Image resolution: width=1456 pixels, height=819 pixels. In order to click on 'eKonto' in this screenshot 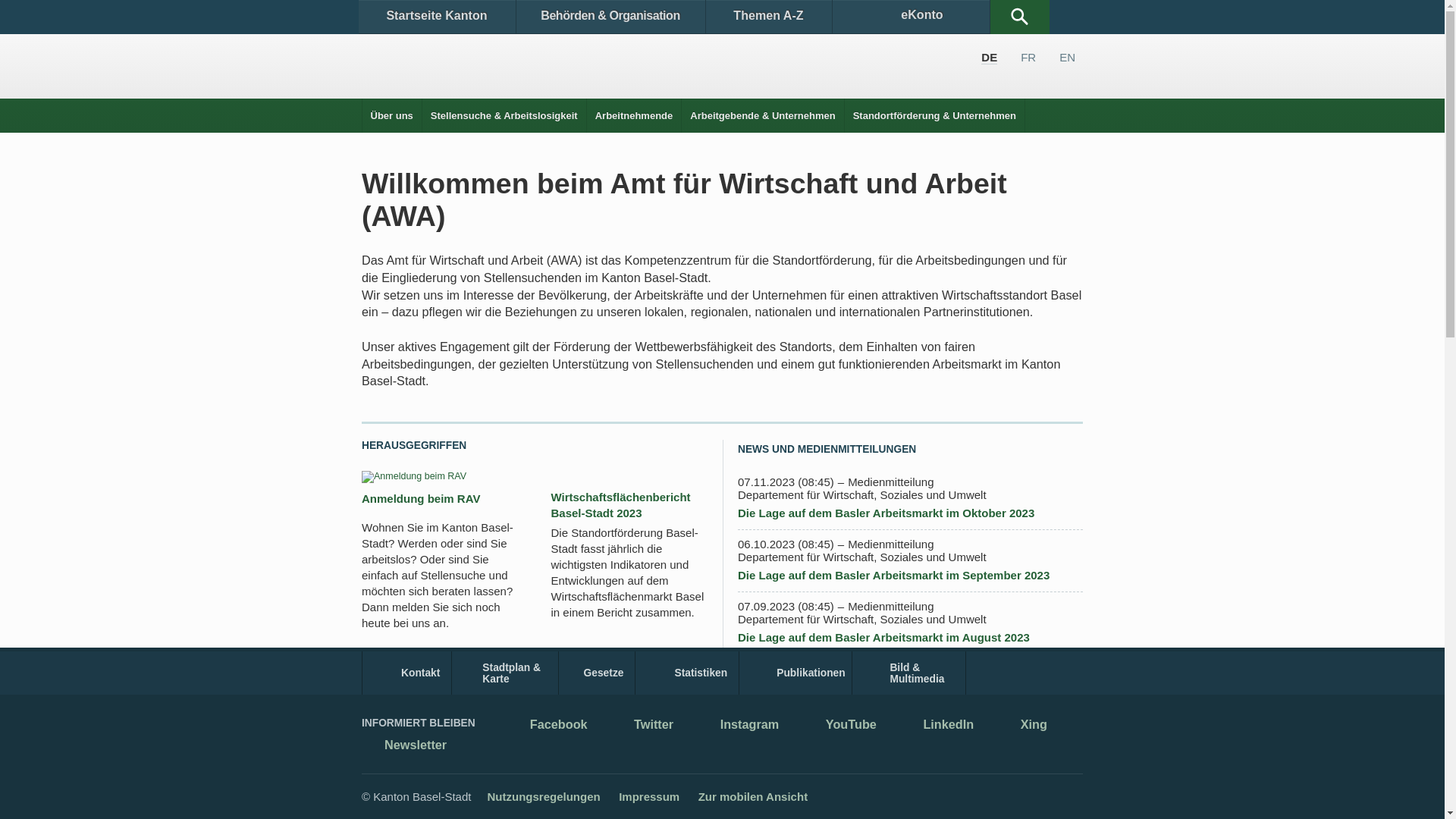, I will do `click(832, 17)`.